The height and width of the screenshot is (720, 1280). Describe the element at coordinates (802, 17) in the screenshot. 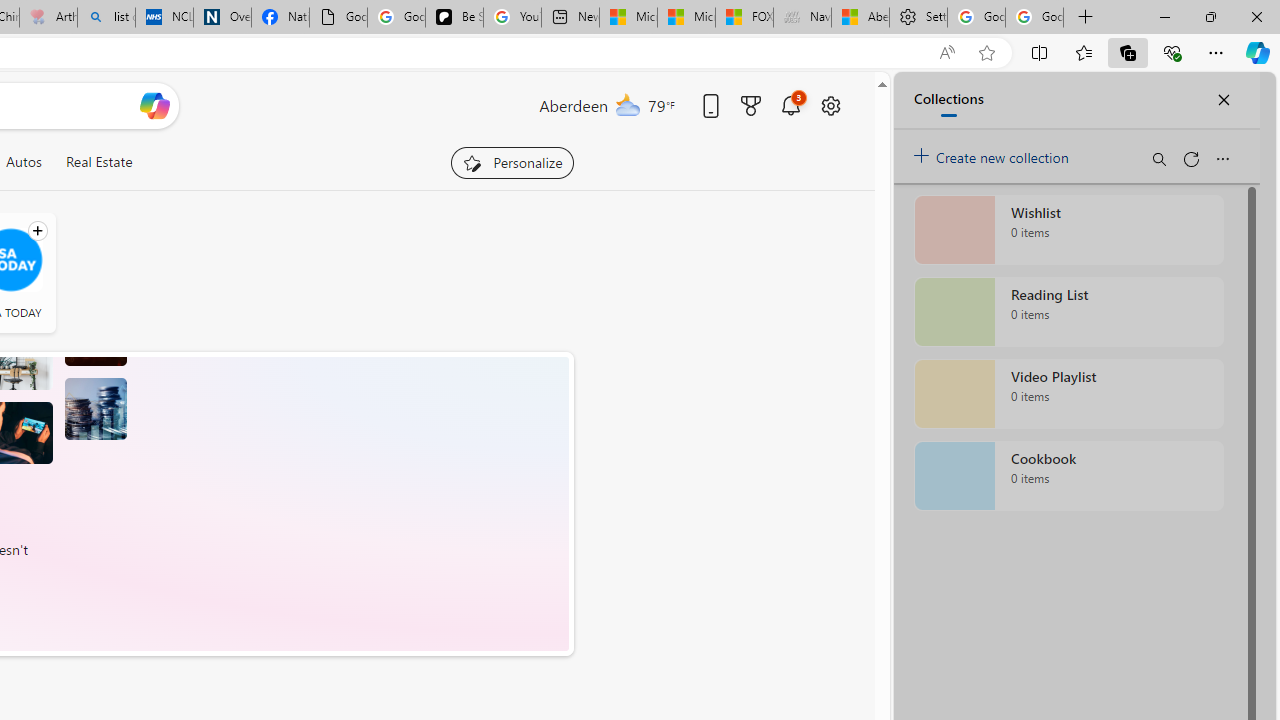

I see `'Navy Quest'` at that location.